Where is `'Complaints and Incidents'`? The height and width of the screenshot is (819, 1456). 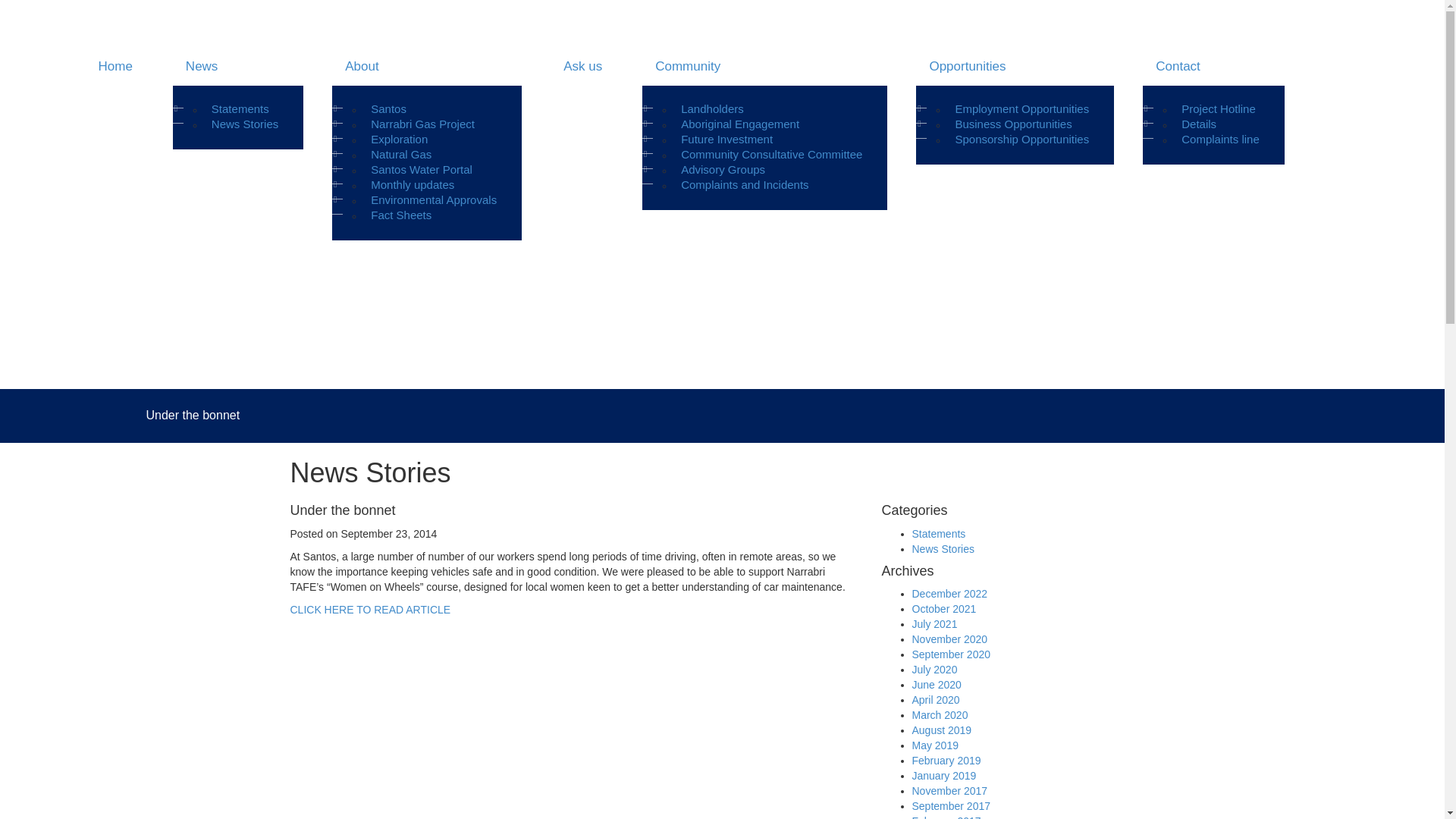 'Complaints and Incidents' is located at coordinates (745, 184).